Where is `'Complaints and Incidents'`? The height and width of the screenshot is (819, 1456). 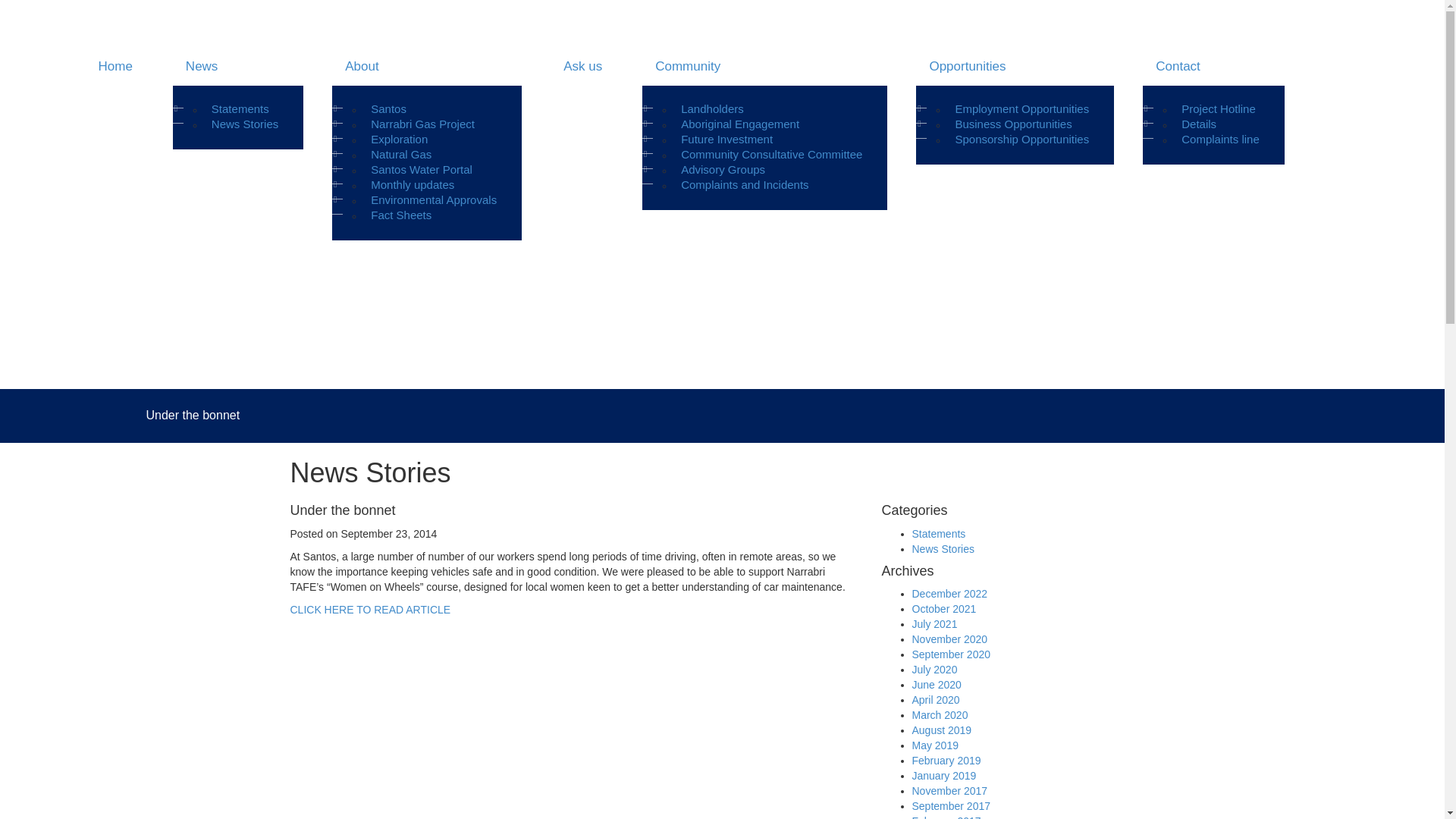 'Complaints and Incidents' is located at coordinates (745, 184).